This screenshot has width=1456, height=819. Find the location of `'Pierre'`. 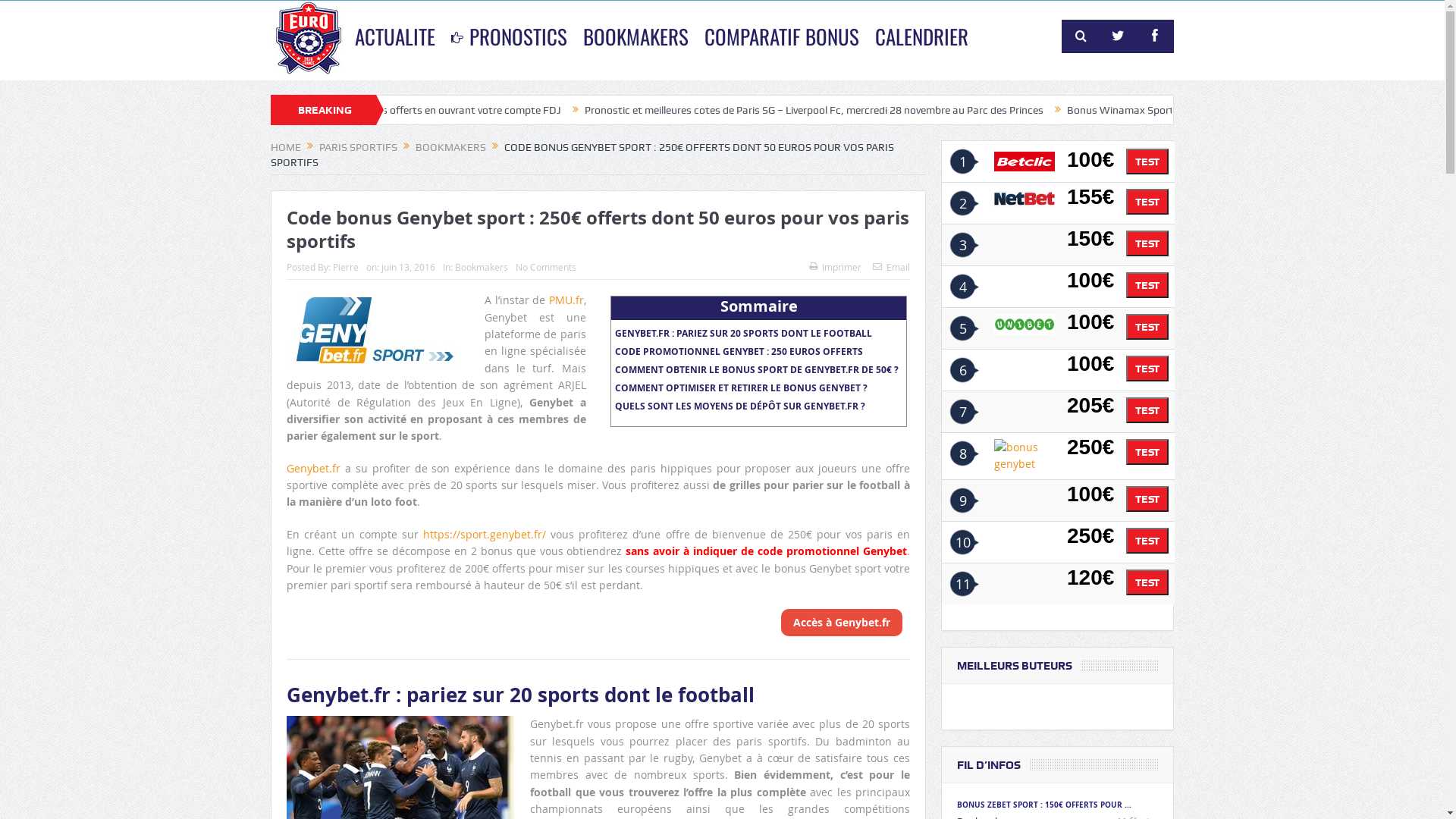

'Pierre' is located at coordinates (345, 265).